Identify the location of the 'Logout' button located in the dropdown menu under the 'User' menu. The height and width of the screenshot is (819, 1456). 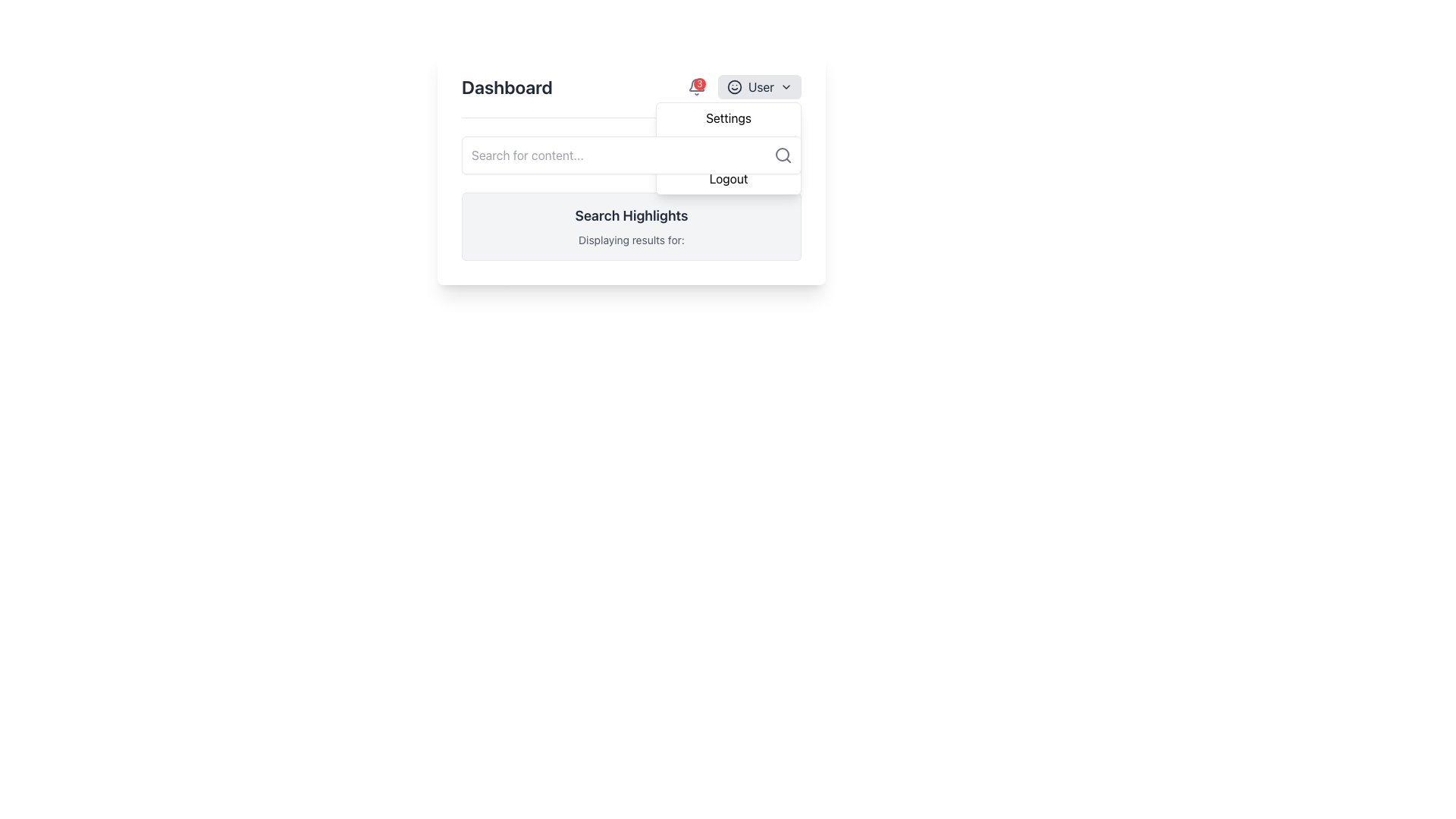
(728, 177).